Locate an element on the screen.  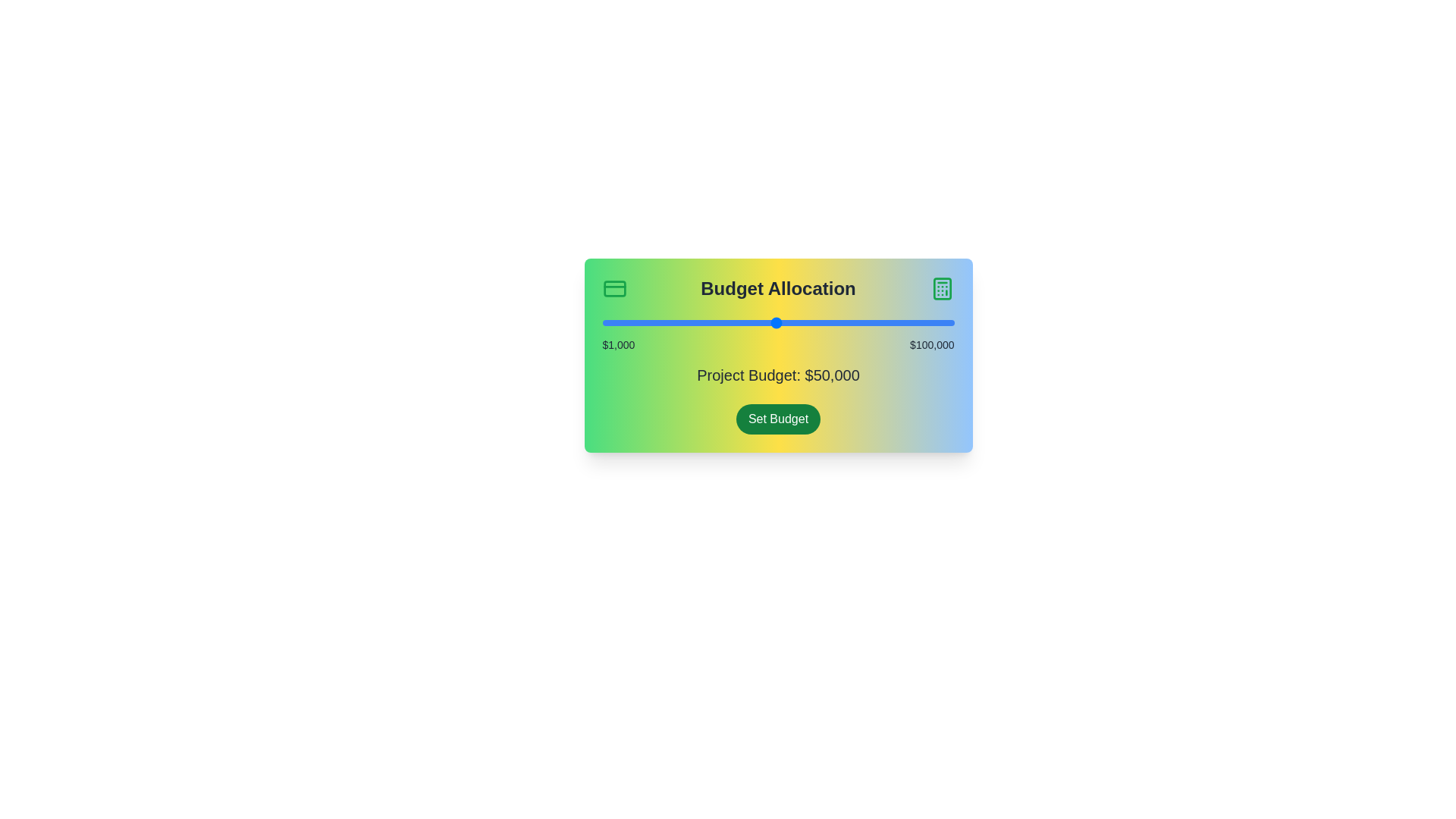
the credit card icon located on the left side of the Budget Allocation header is located at coordinates (614, 289).